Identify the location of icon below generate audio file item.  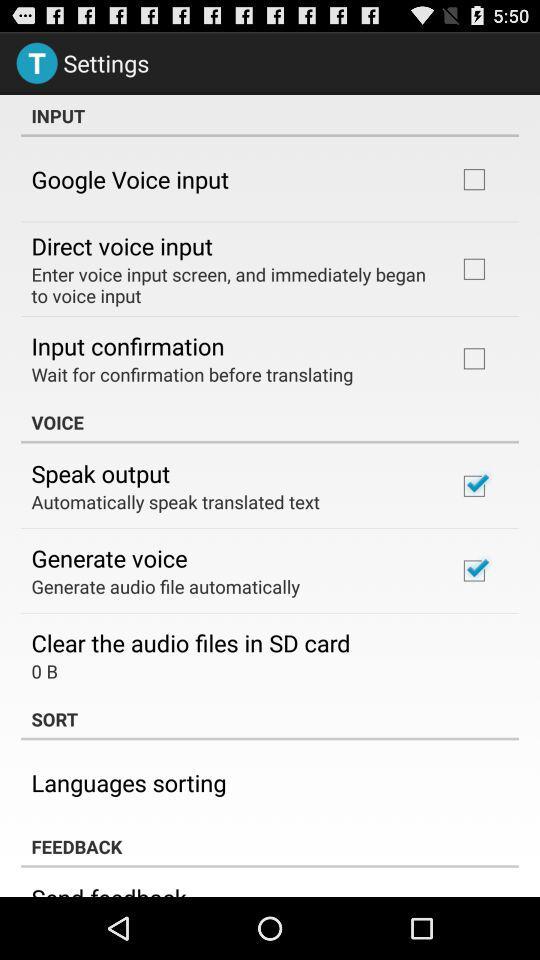
(191, 641).